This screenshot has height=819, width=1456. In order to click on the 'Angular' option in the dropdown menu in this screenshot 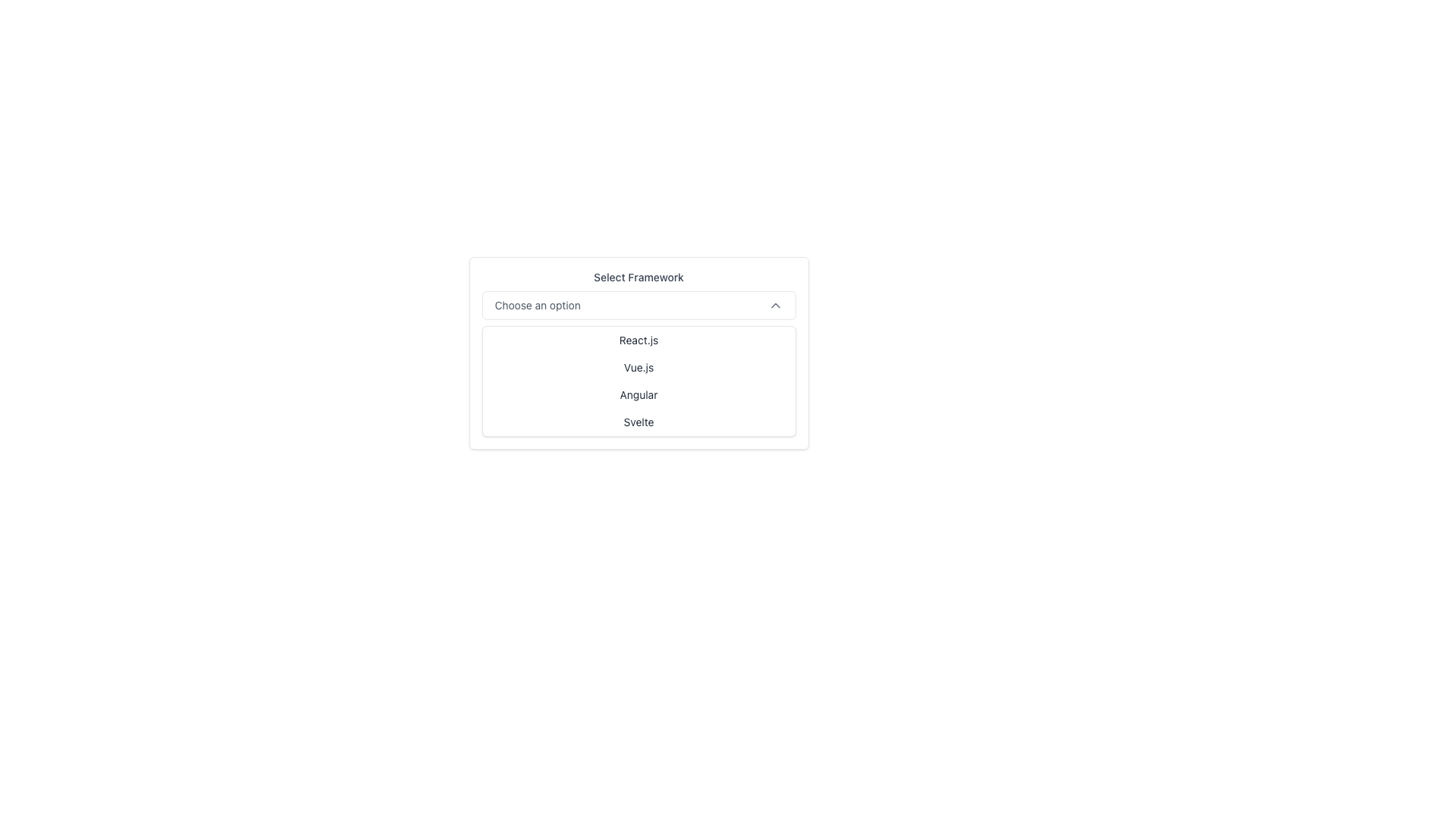, I will do `click(639, 394)`.